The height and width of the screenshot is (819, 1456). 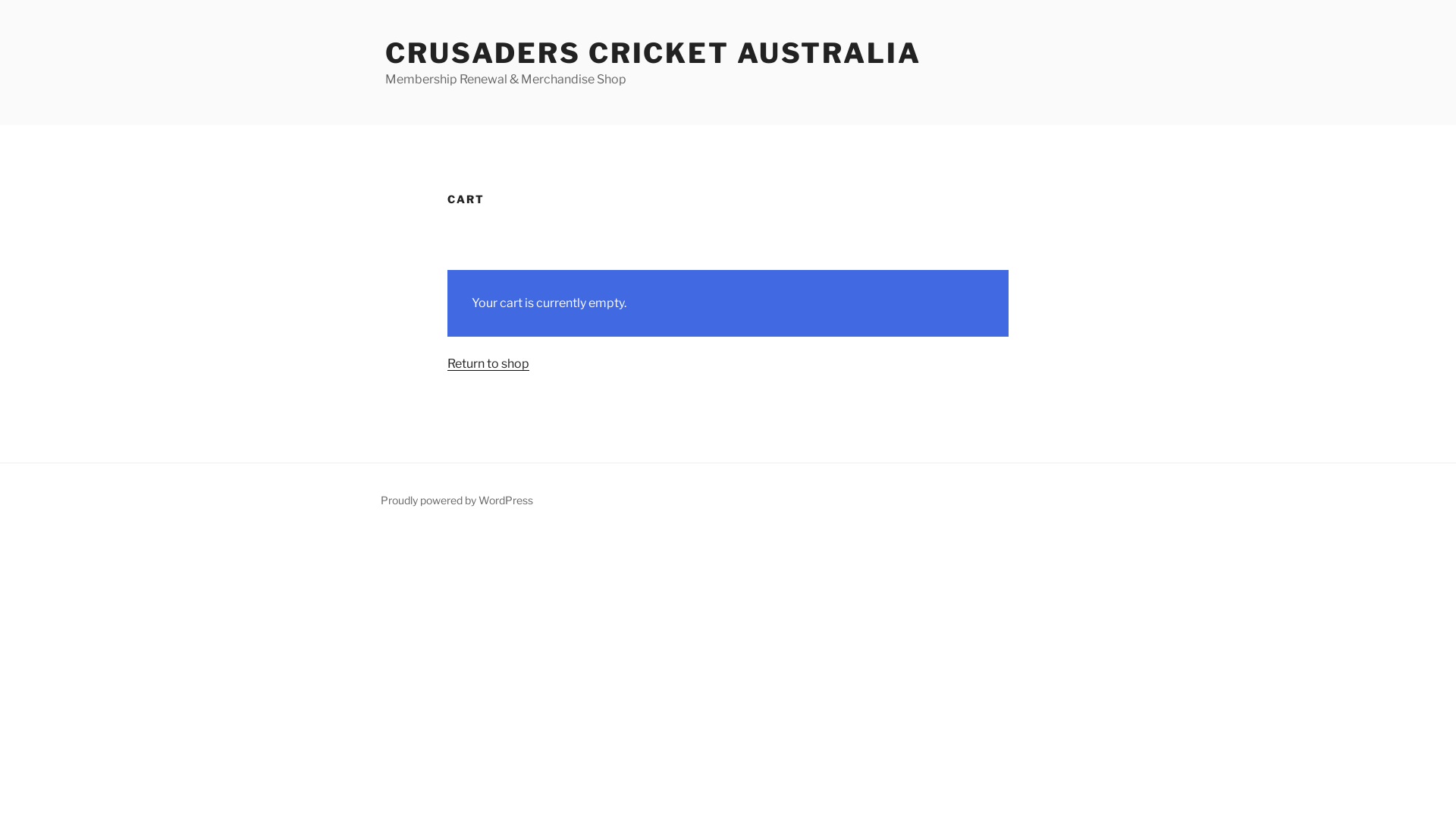 I want to click on 'Proudly powered by WordPress', so click(x=456, y=500).